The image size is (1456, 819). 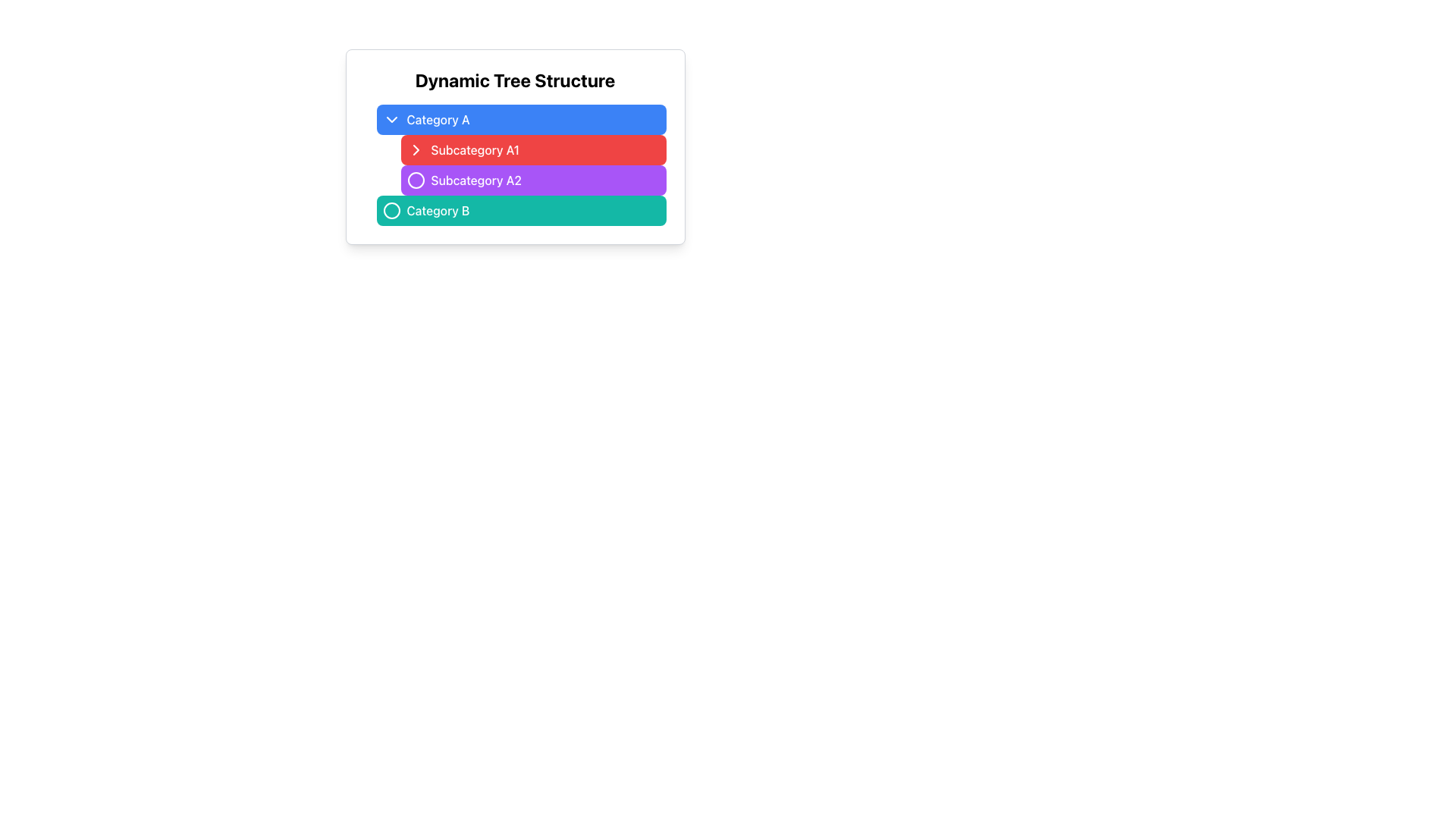 I want to click on the interactive icon representing 'Subcategory A2', so click(x=416, y=180).